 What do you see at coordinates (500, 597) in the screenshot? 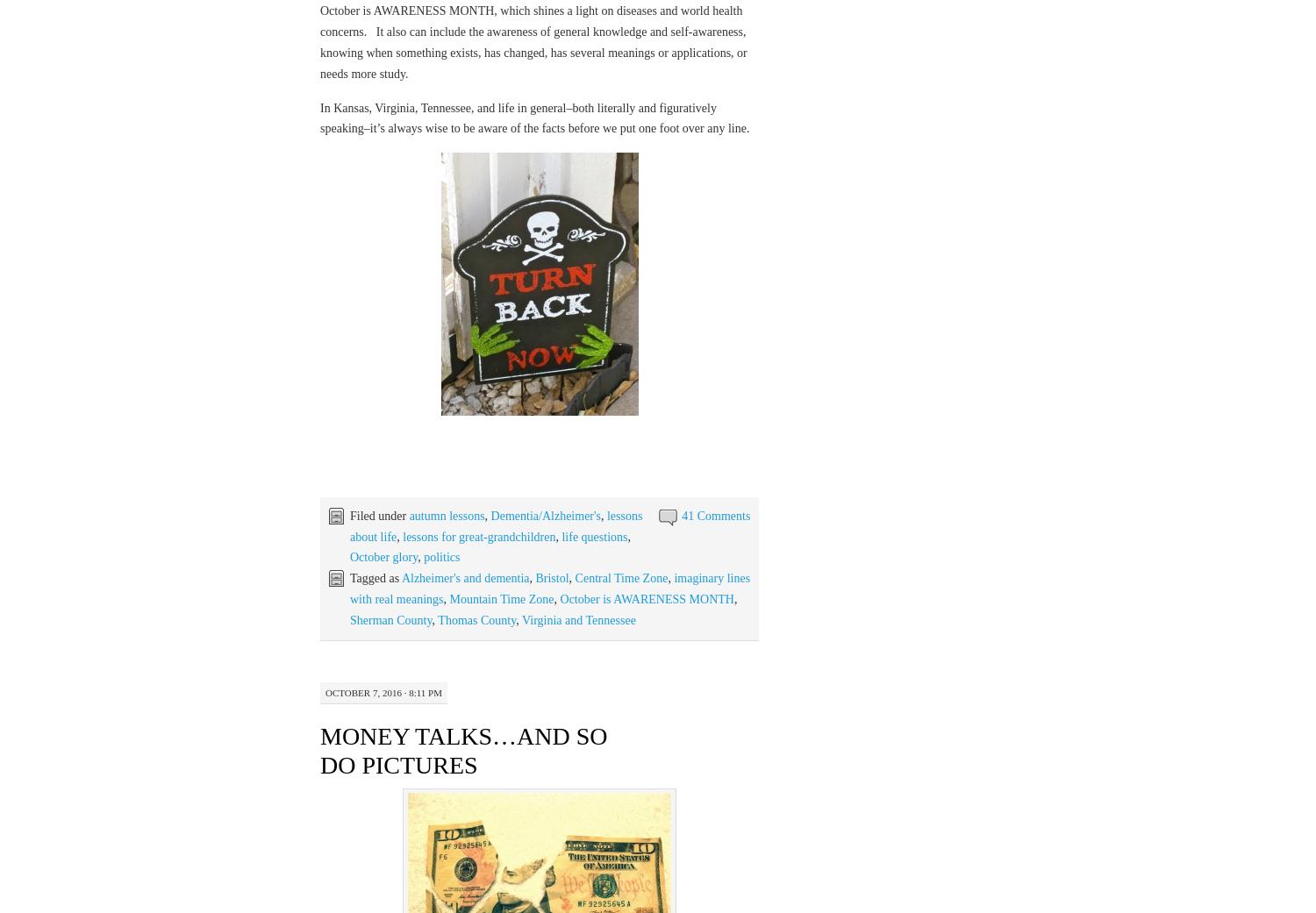
I see `'Mountain Time Zone'` at bounding box center [500, 597].